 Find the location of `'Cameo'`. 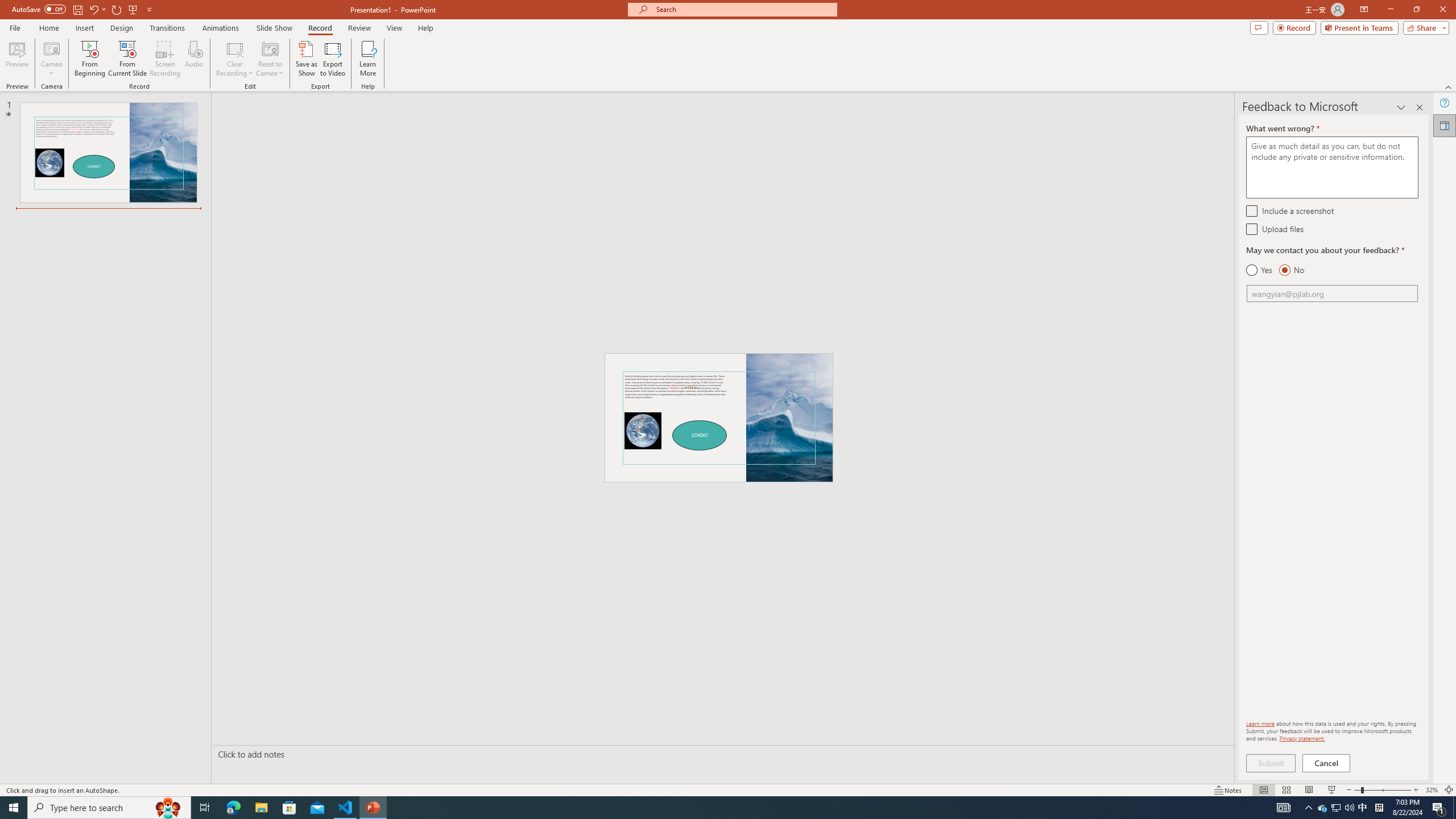

'Cameo' is located at coordinates (51, 59).